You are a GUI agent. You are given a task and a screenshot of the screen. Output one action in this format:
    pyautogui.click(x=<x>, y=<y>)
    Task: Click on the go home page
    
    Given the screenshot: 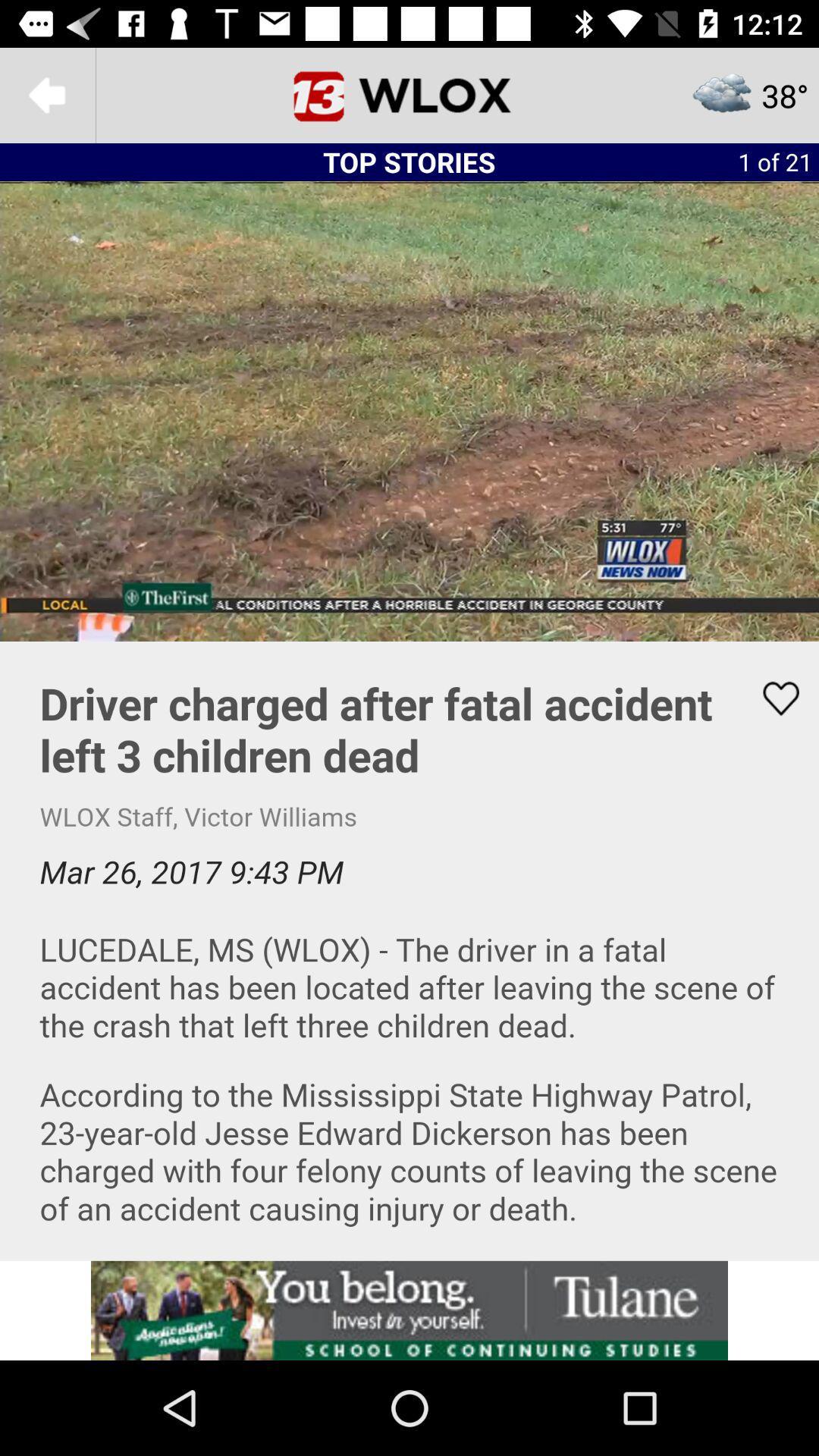 What is the action you would take?
    pyautogui.click(x=409, y=94)
    